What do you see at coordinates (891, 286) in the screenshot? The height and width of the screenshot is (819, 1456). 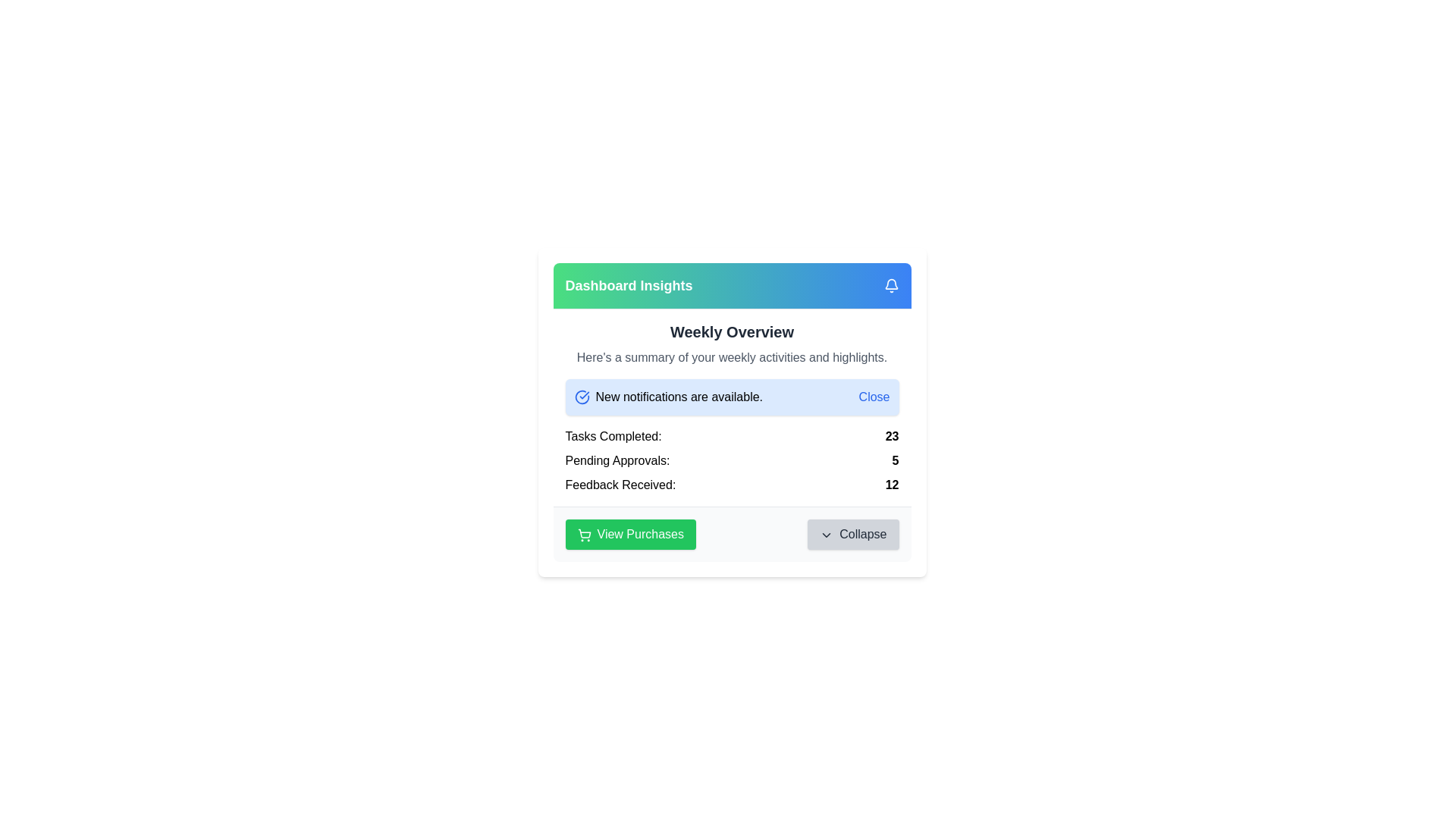 I see `the bell-shaped notification icon, which is white on a blue background and located at the top-right corner of the 'Dashboard Insights' header section, adjacent to the text 'Dashboard Insights'` at bounding box center [891, 286].